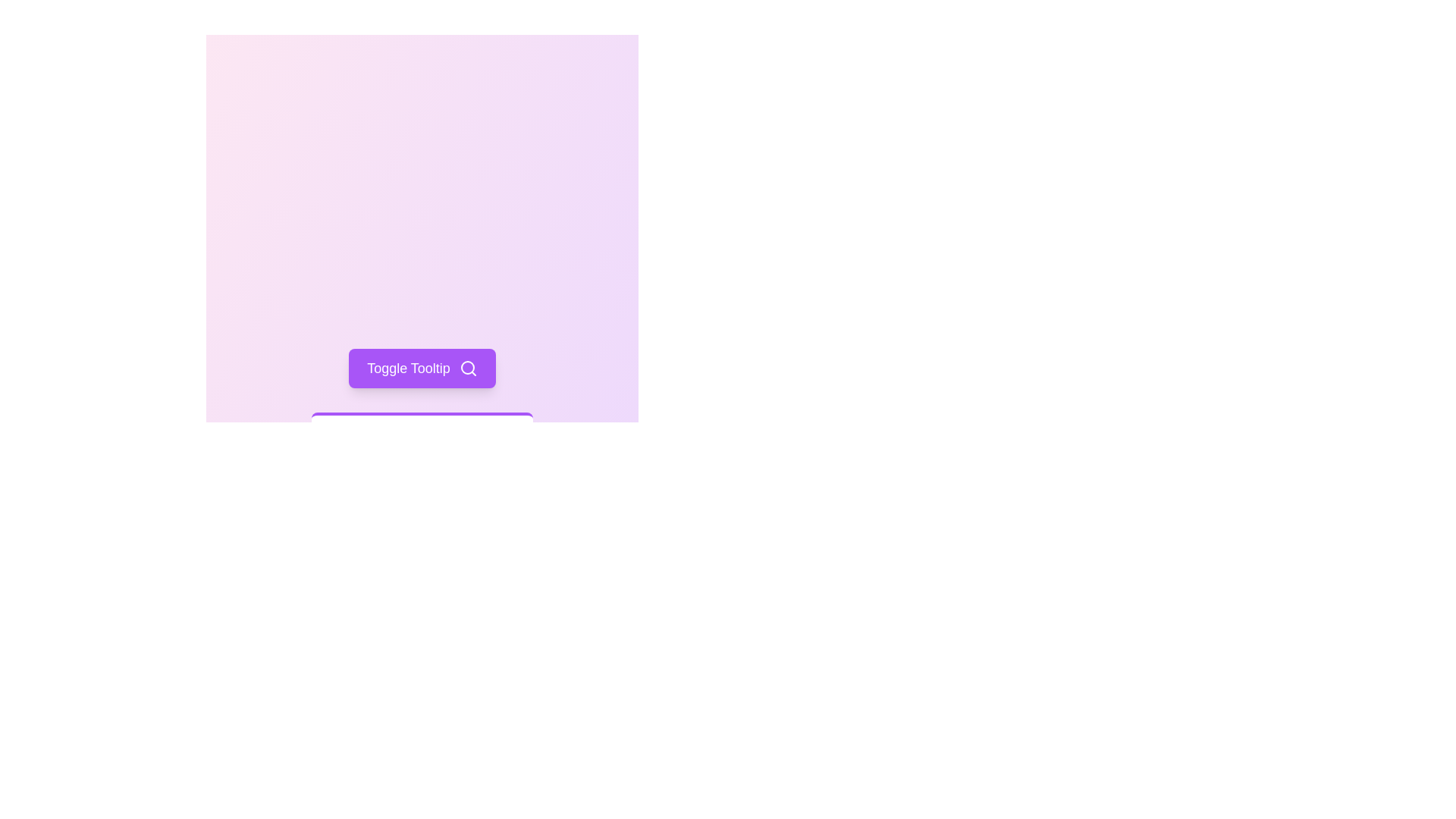 This screenshot has height=819, width=1456. I want to click on the search icon located within the rectangular purple button labeled 'Toggle Tooltip', so click(467, 369).